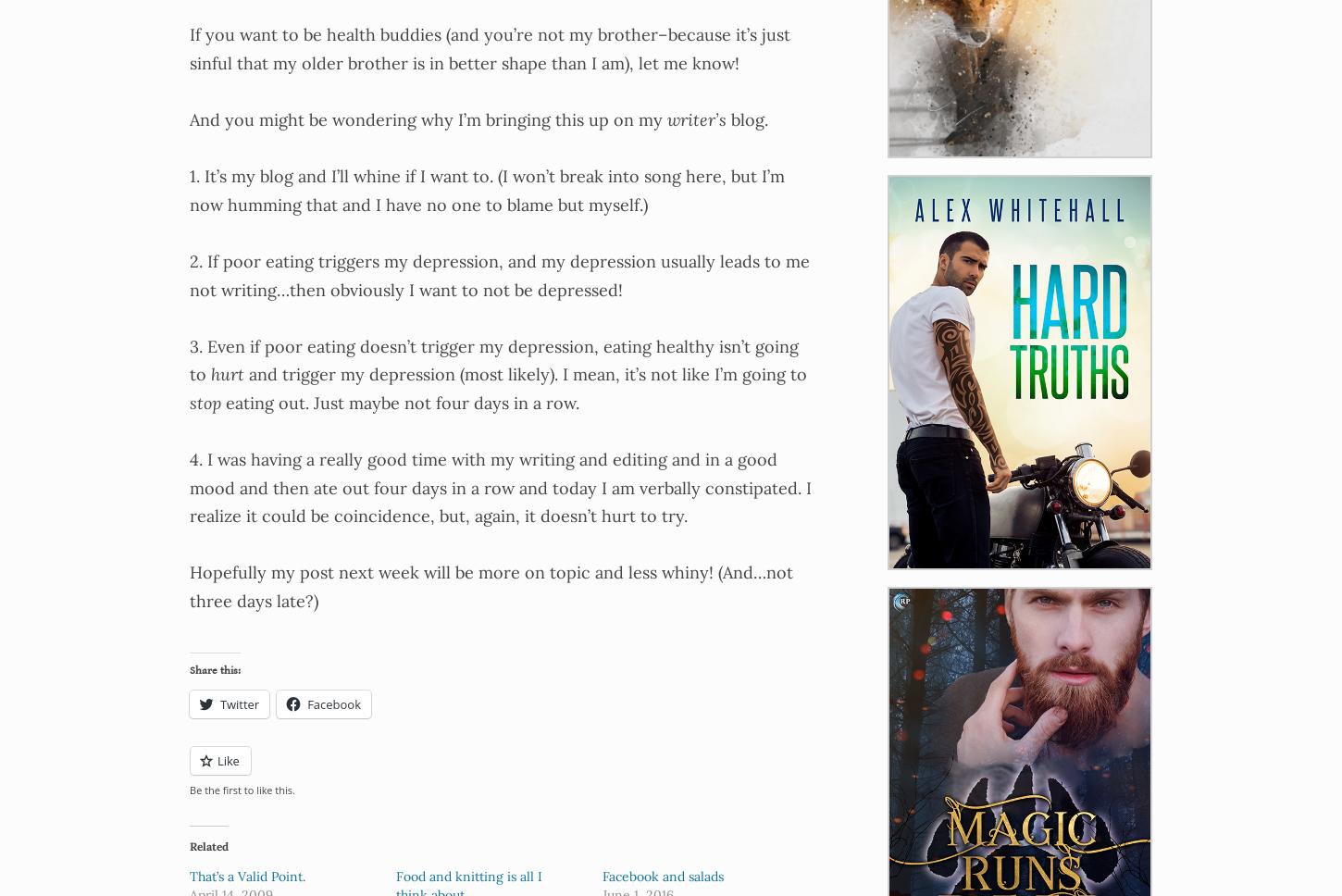 The image size is (1342, 896). What do you see at coordinates (334, 703) in the screenshot?
I see `'Facebook'` at bounding box center [334, 703].